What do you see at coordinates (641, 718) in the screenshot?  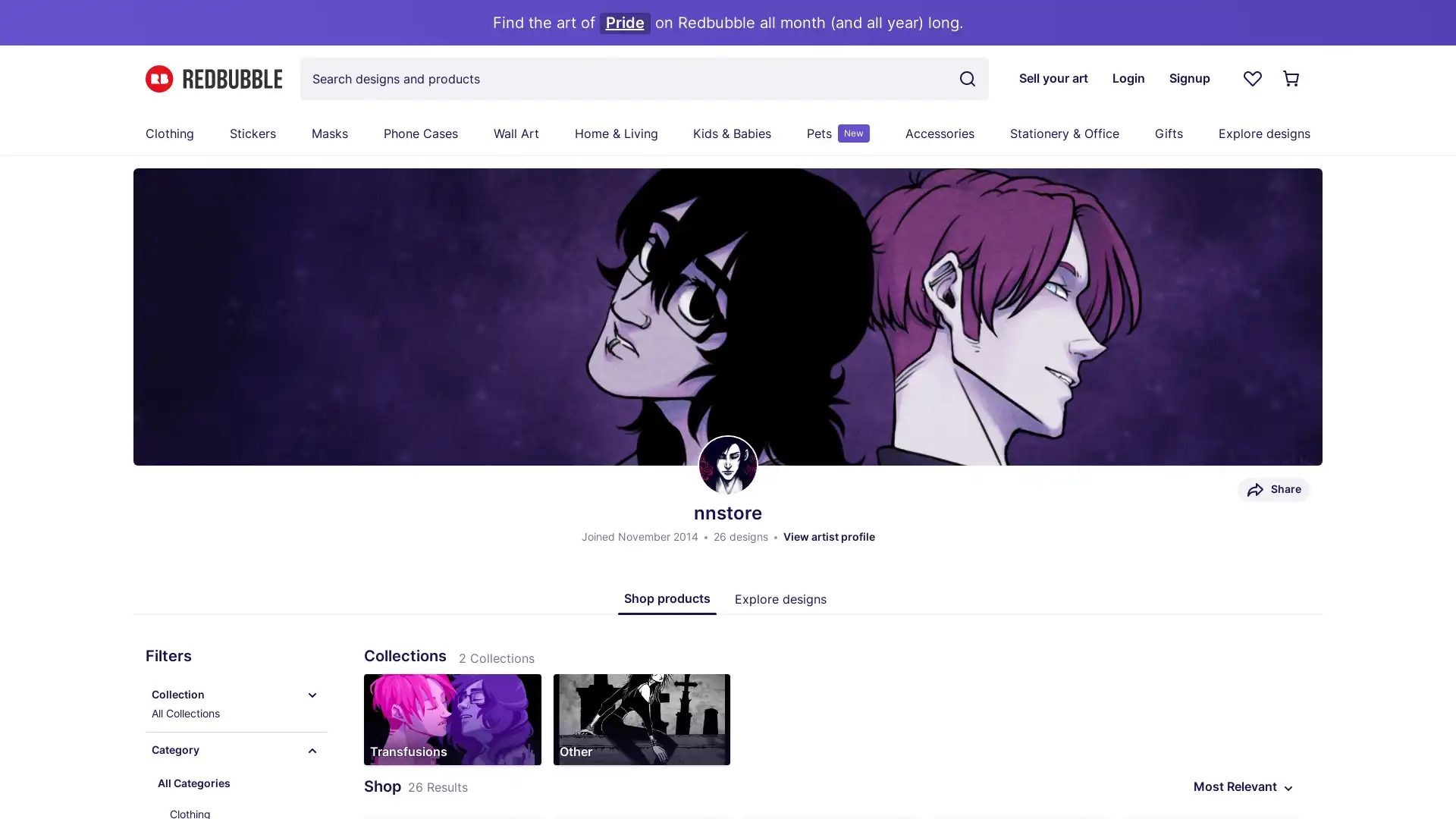 I see `Other` at bounding box center [641, 718].